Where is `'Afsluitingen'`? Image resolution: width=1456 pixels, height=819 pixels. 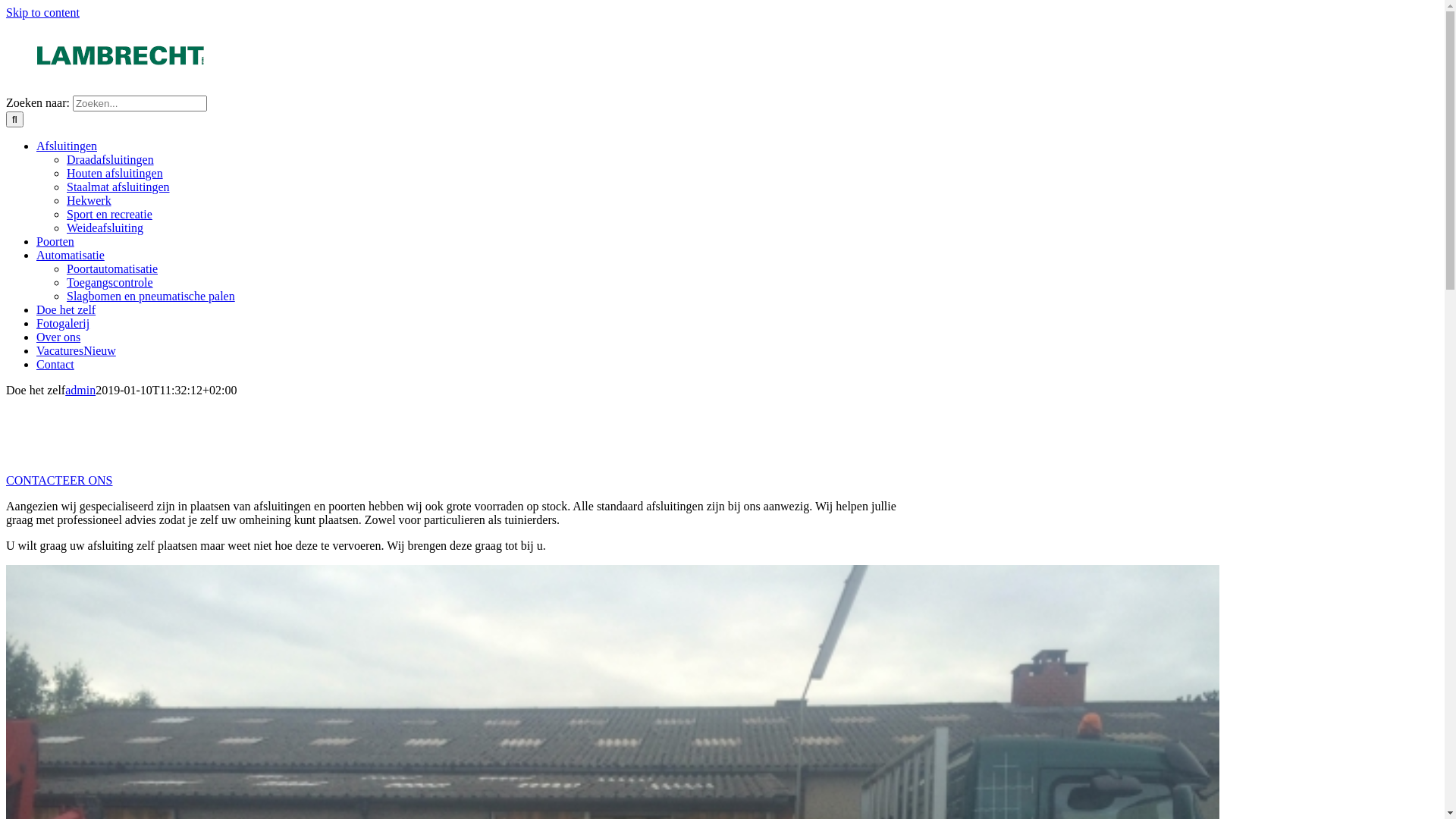 'Afsluitingen' is located at coordinates (65, 146).